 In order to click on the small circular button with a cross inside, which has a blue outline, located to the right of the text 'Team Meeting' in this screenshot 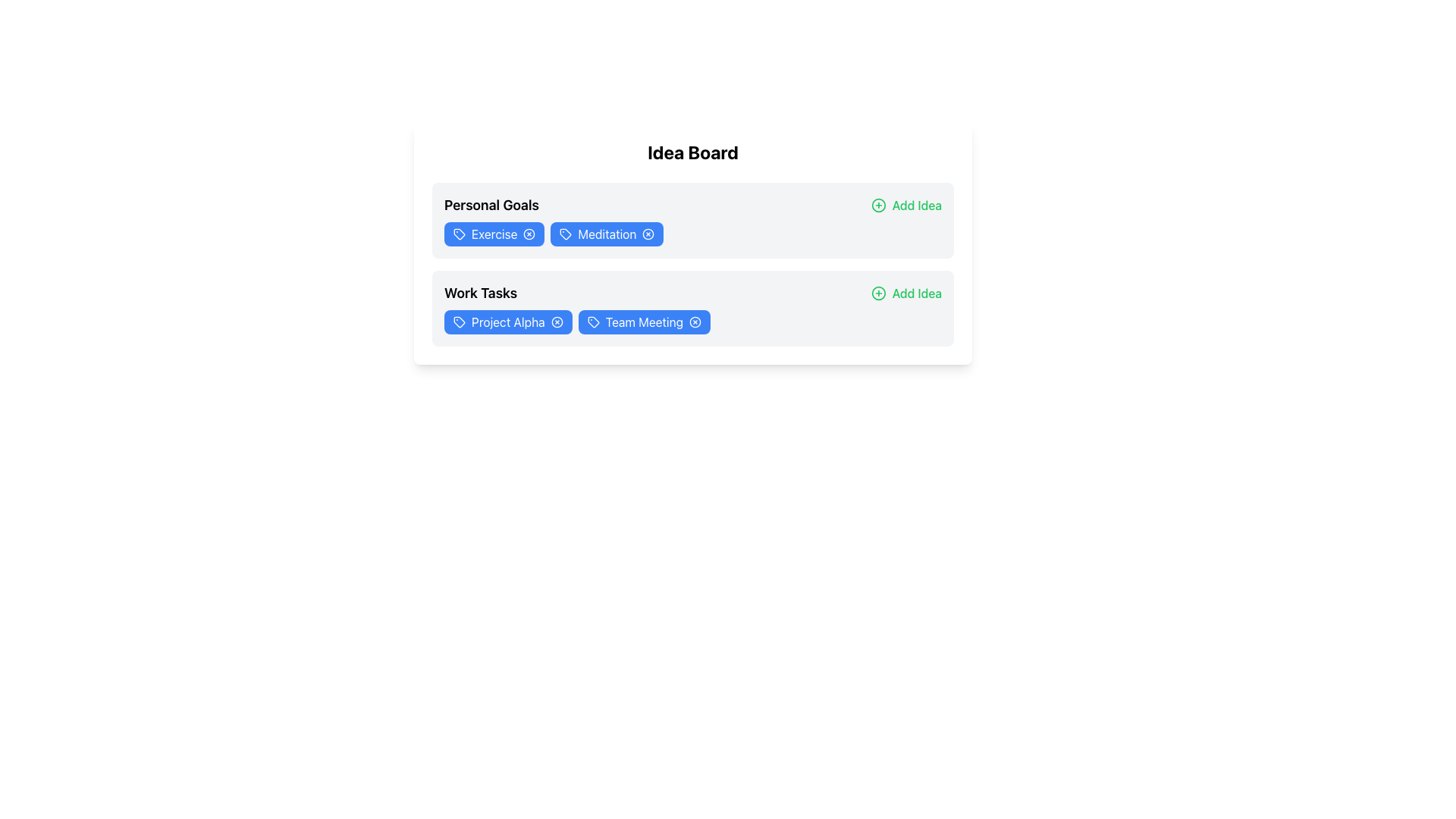, I will do `click(695, 321)`.